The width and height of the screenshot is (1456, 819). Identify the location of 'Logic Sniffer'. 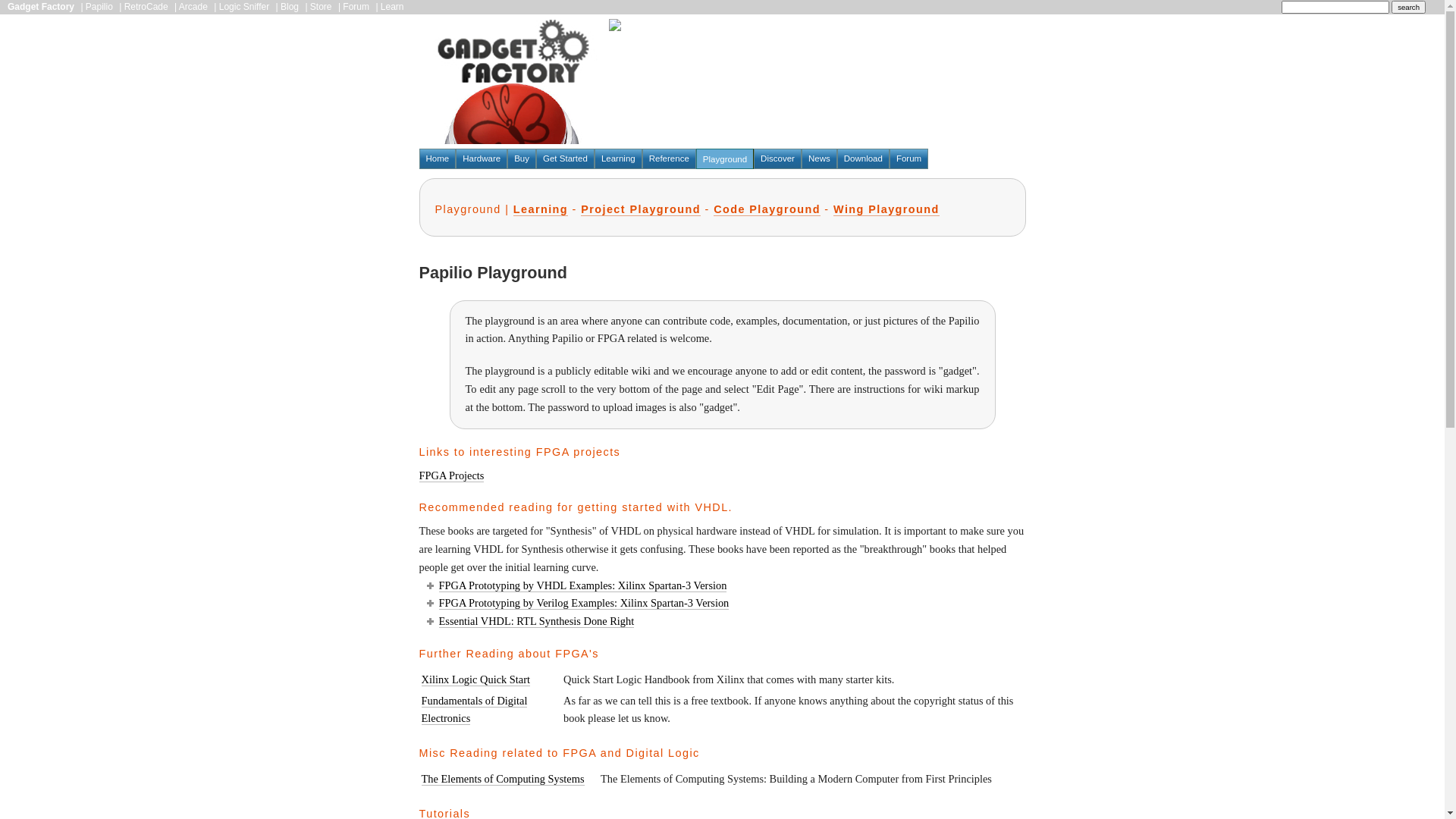
(218, 6).